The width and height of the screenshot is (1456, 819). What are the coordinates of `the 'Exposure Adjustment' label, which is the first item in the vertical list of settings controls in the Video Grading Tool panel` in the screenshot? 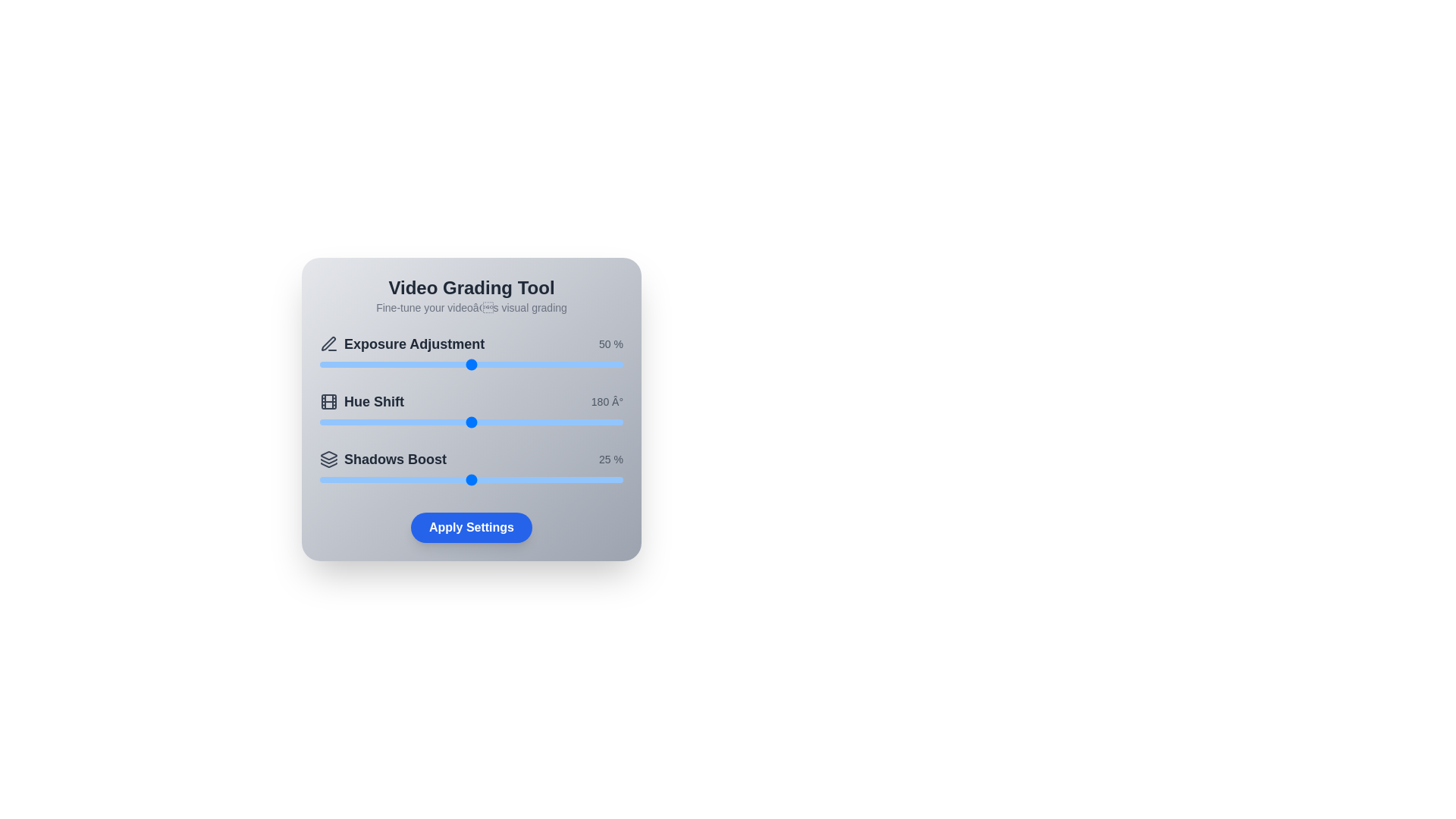 It's located at (414, 344).